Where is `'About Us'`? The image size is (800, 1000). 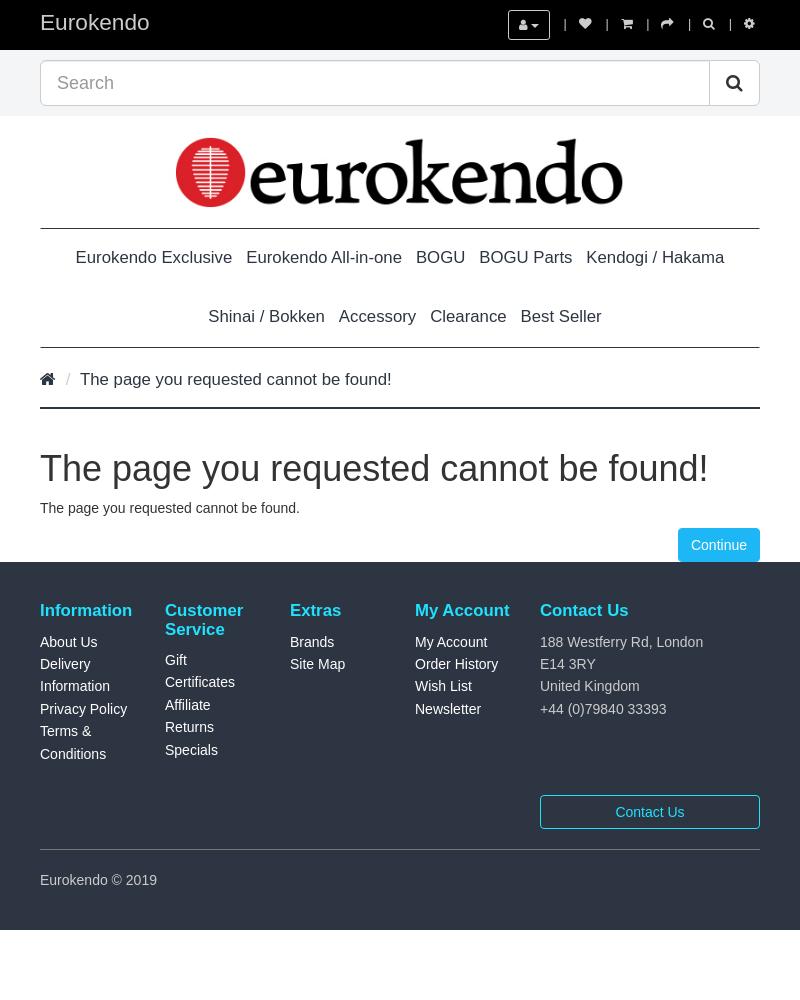 'About Us' is located at coordinates (39, 641).